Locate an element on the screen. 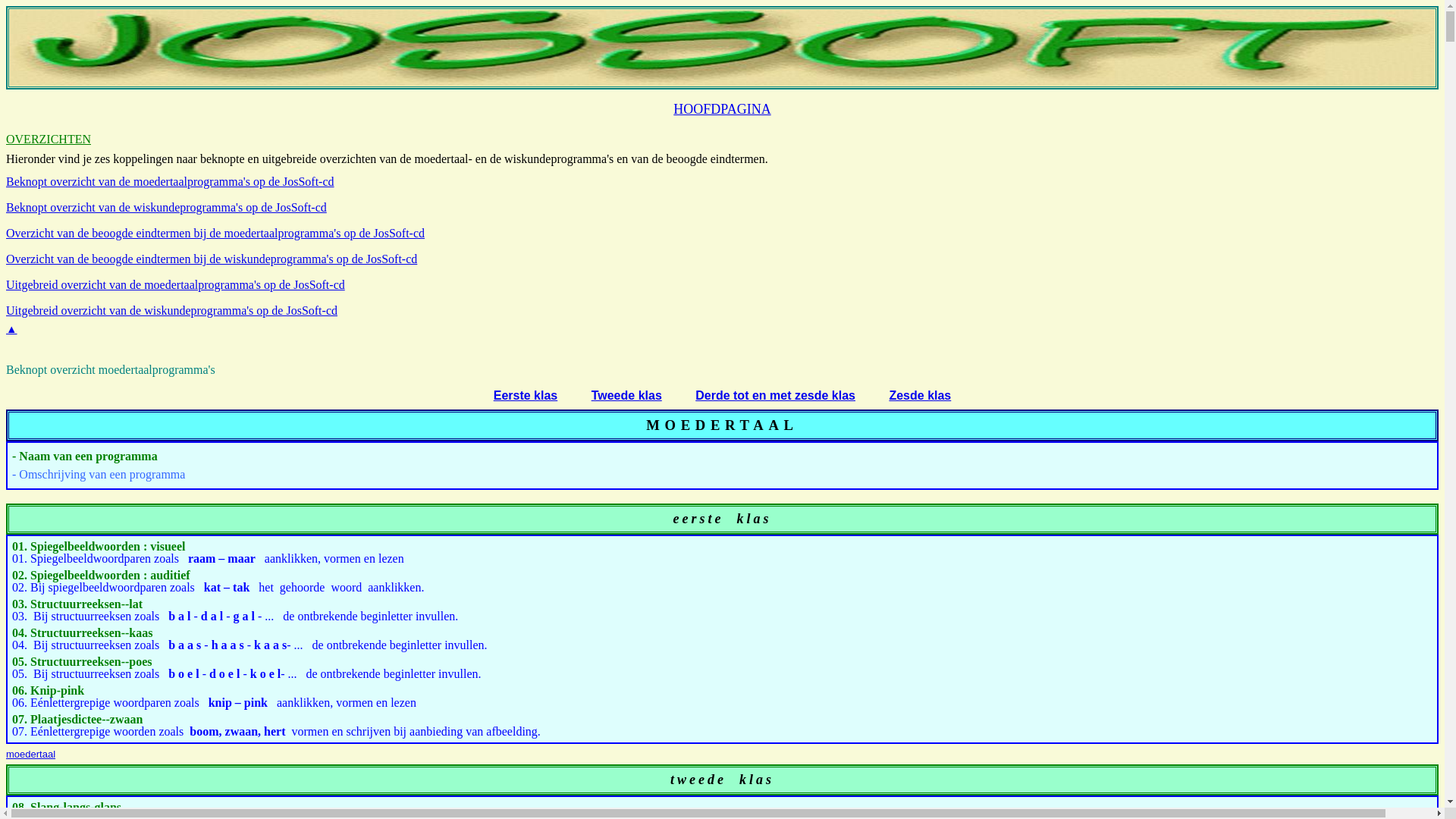  'OVERZICHTEN' is located at coordinates (48, 139).